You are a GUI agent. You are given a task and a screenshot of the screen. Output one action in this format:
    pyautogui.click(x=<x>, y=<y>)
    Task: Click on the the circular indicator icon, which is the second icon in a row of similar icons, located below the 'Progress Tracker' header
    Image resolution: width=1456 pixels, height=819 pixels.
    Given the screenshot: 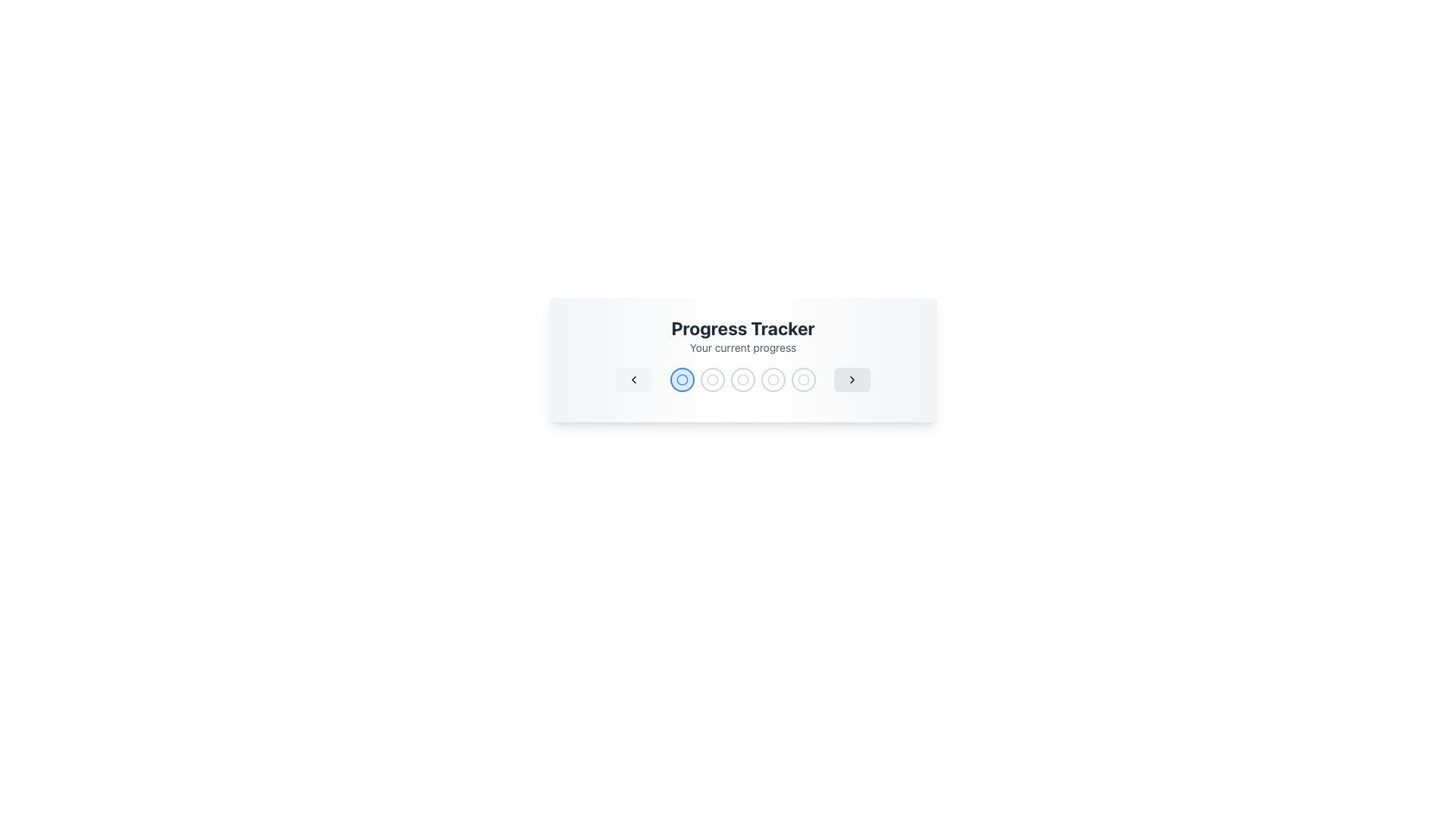 What is the action you would take?
    pyautogui.click(x=712, y=379)
    